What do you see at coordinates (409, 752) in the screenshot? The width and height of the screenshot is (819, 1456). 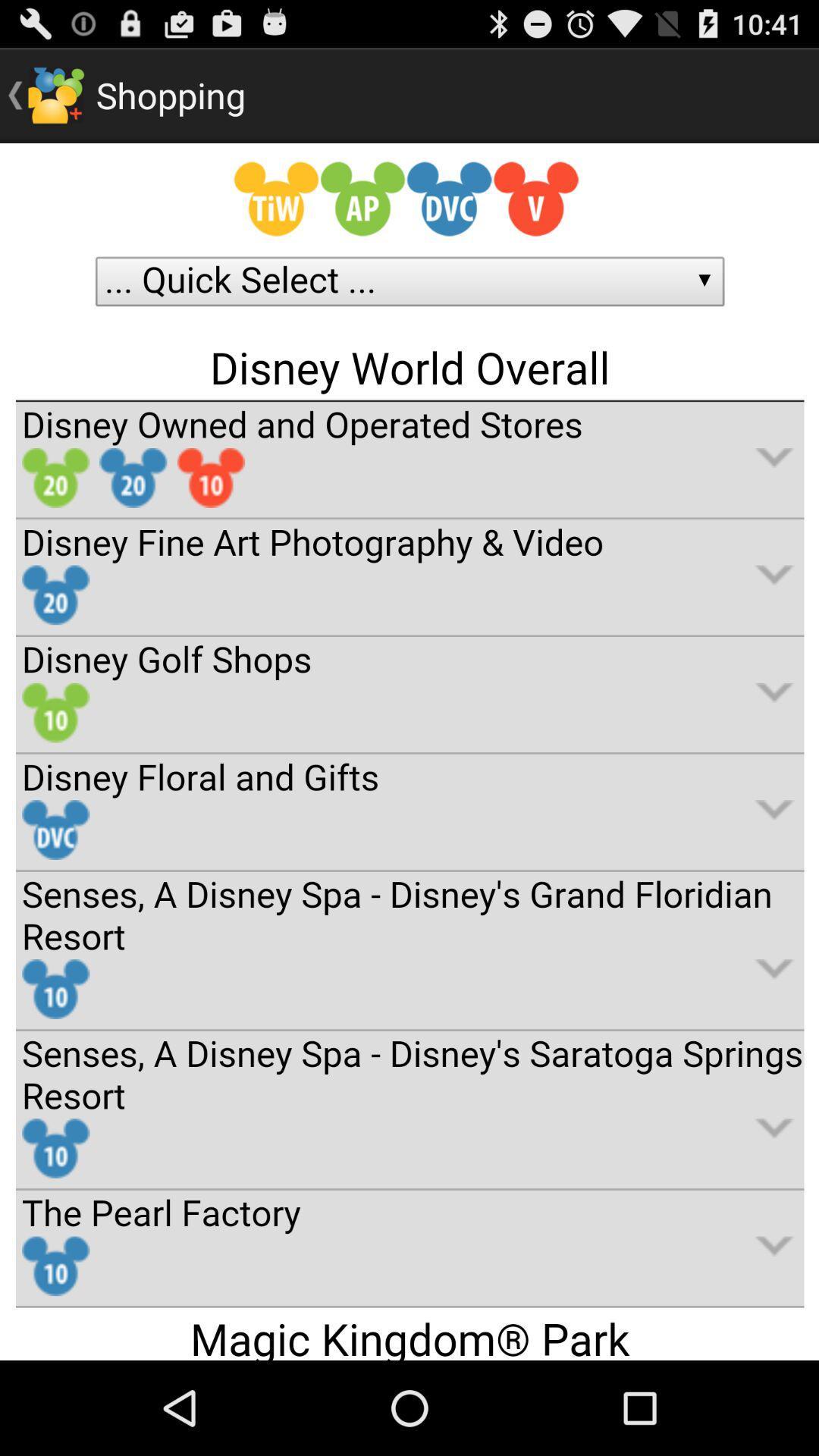 I see `any one` at bounding box center [409, 752].